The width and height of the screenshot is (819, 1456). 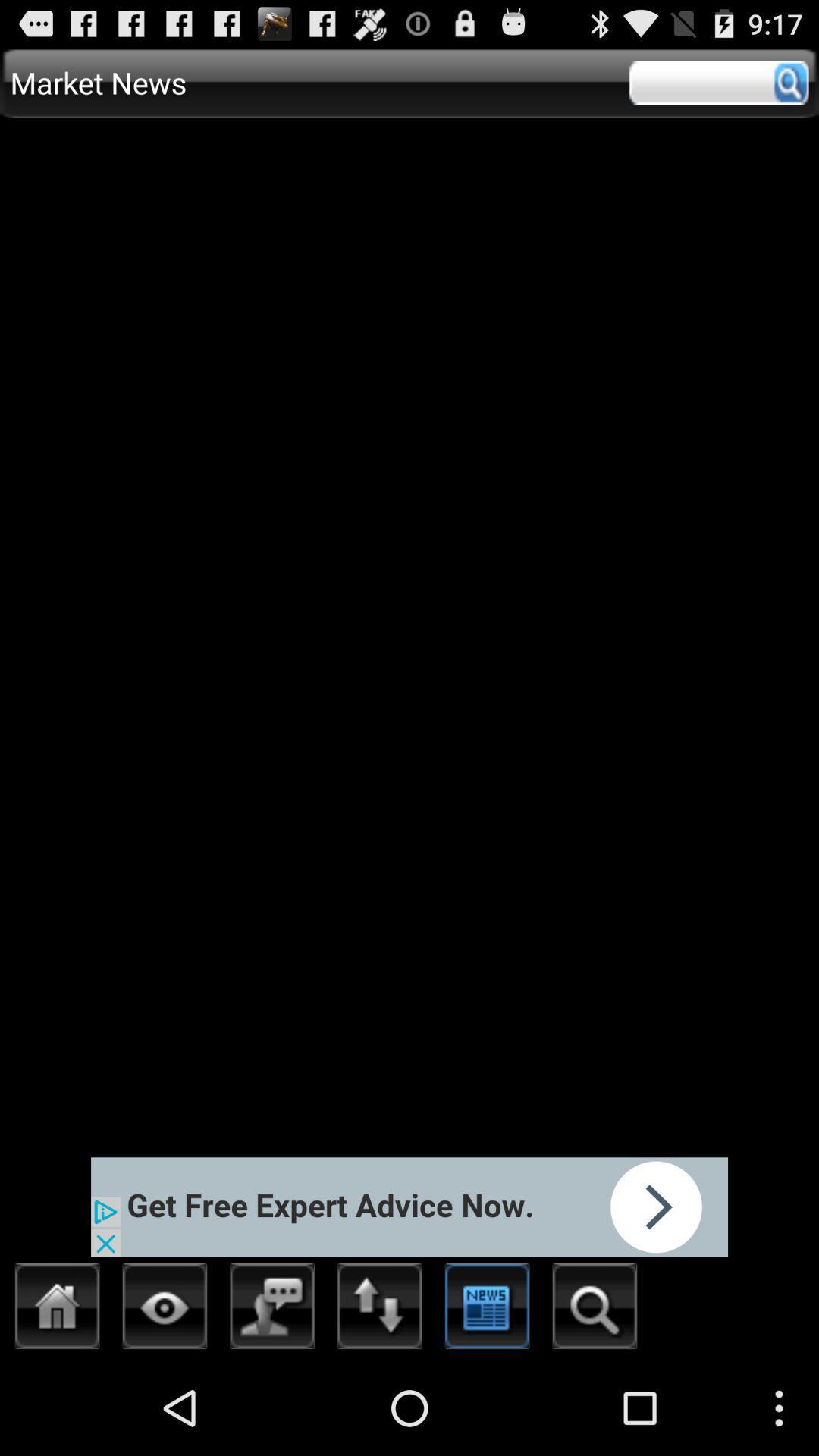 I want to click on the search icon, so click(x=594, y=1401).